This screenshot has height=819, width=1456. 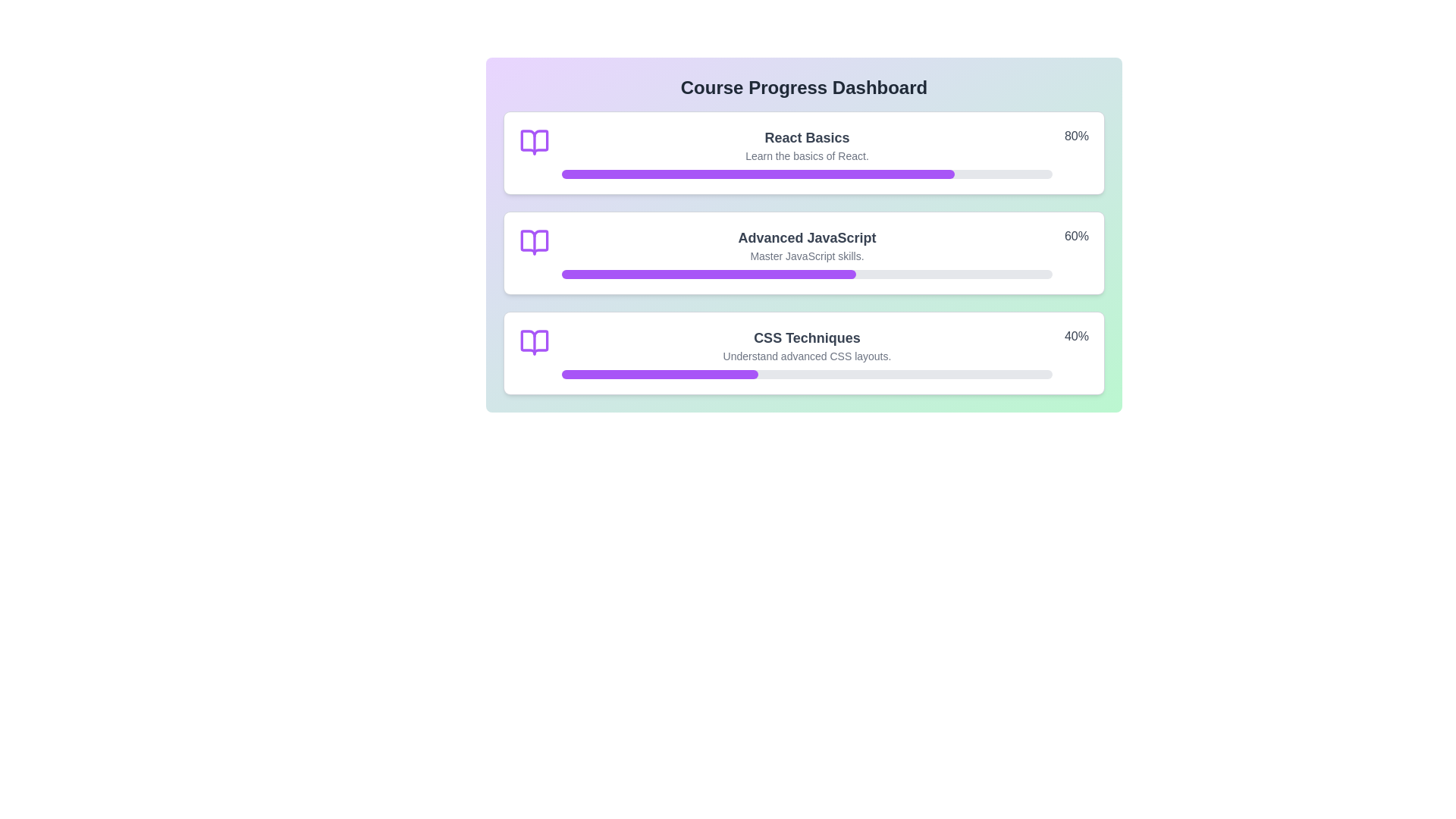 I want to click on the progress completion percentage text label located near the top-right of the first progress card in the vertical stack, so click(x=1076, y=136).